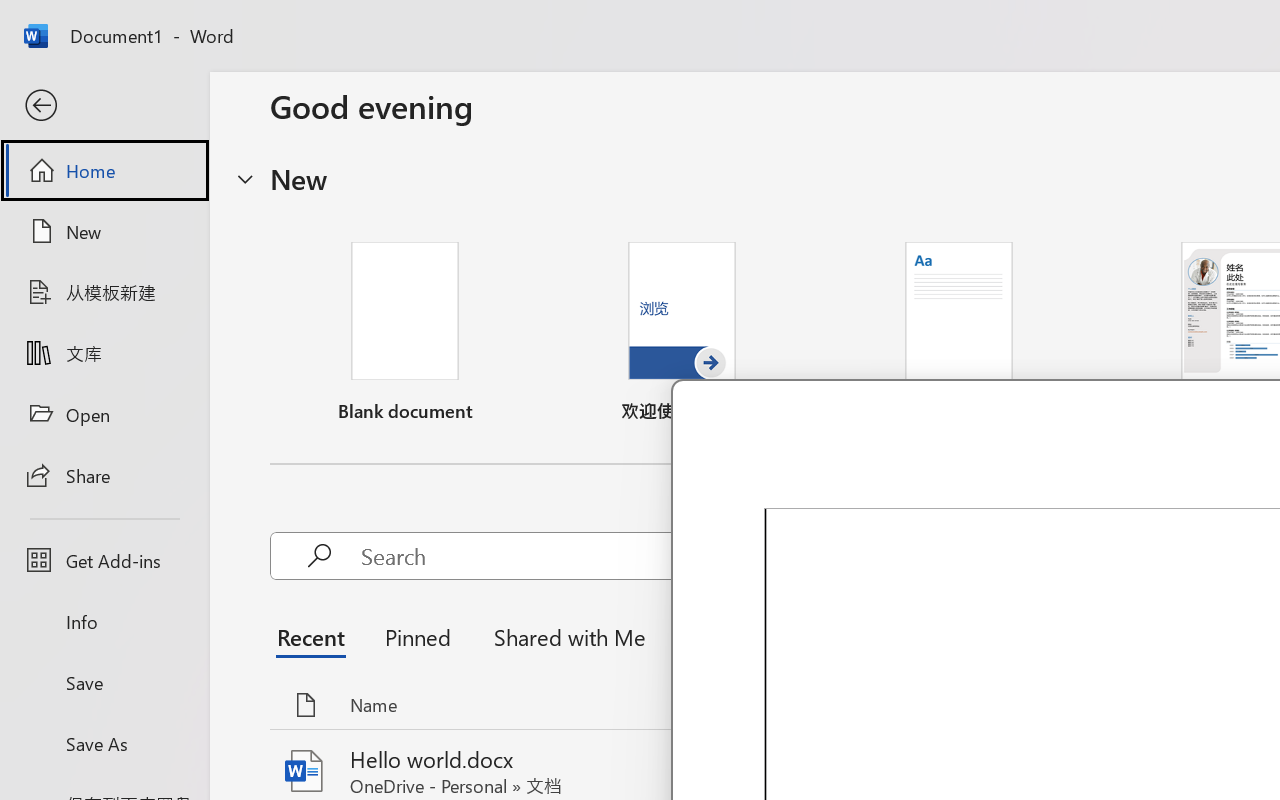 The image size is (1280, 800). I want to click on 'Get Add-ins', so click(103, 560).